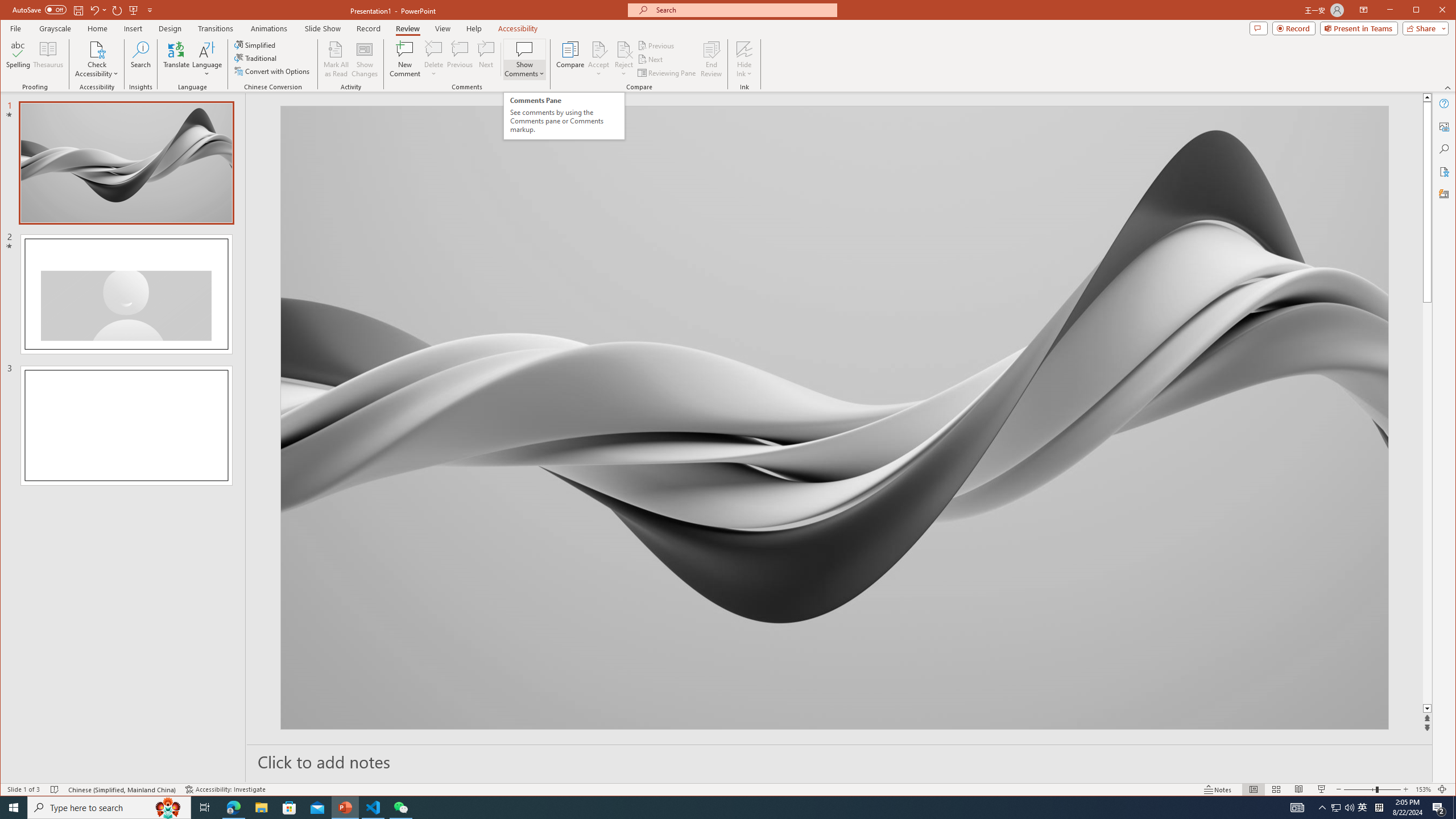 The height and width of the screenshot is (819, 1456). I want to click on 'Tray Input Indicator - Chinese (Simplified, China)', so click(1379, 806).